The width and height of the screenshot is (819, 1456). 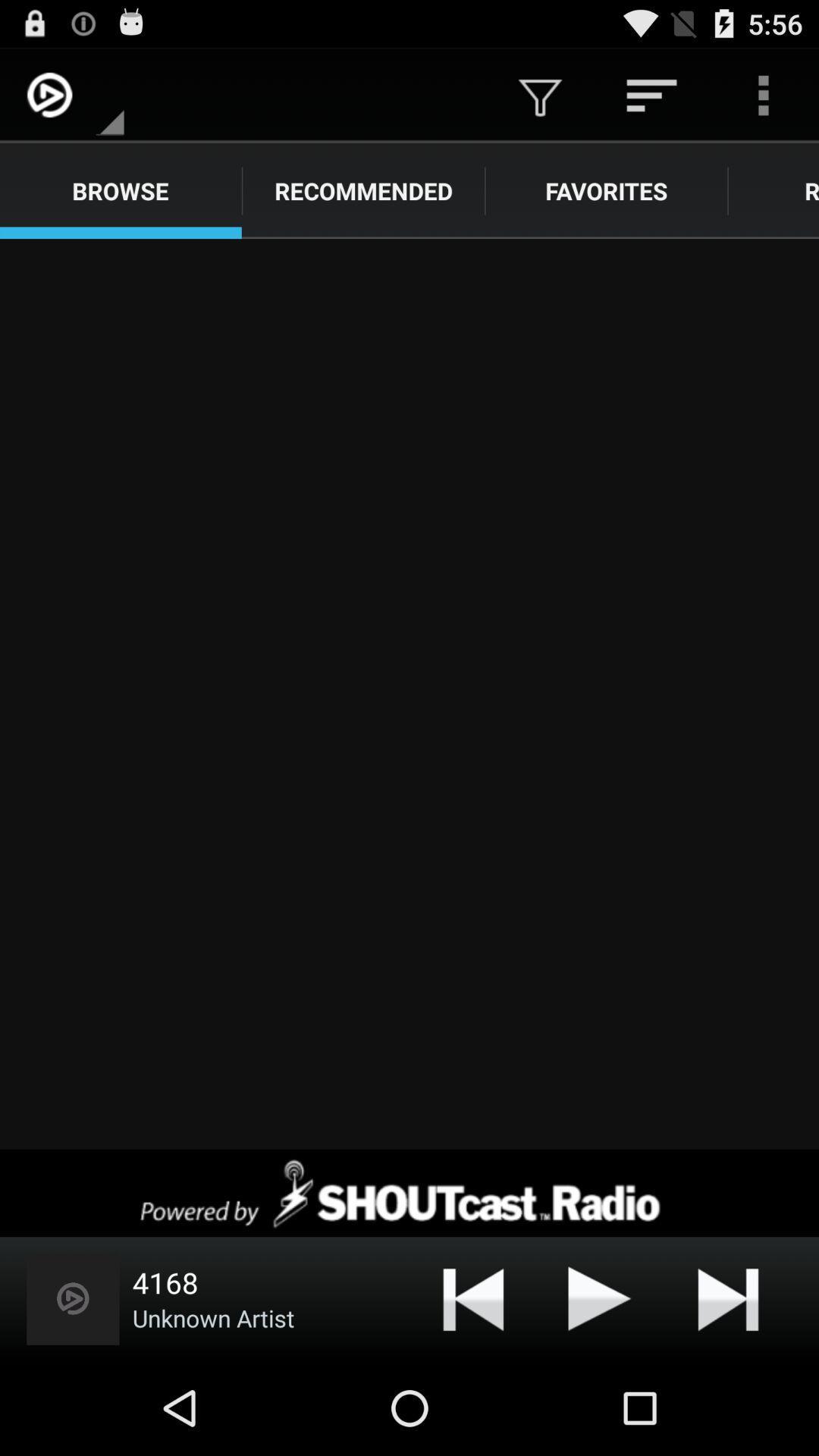 I want to click on icon above the favorites icon, so click(x=539, y=94).